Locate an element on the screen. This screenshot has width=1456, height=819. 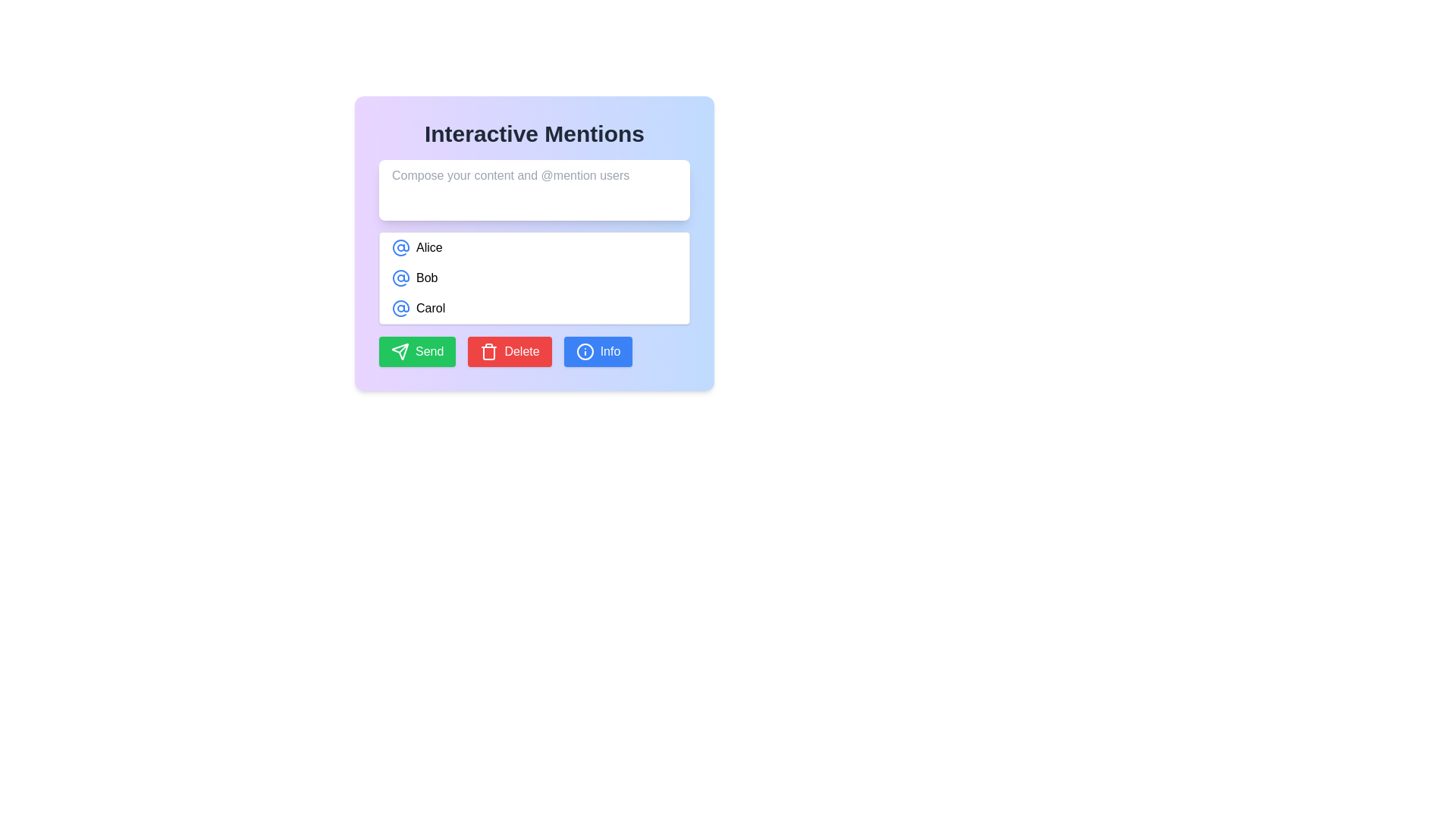
the send icon located on the left side of the green 'Send' button at the bottom of a card with a purple and white theme is located at coordinates (400, 351).